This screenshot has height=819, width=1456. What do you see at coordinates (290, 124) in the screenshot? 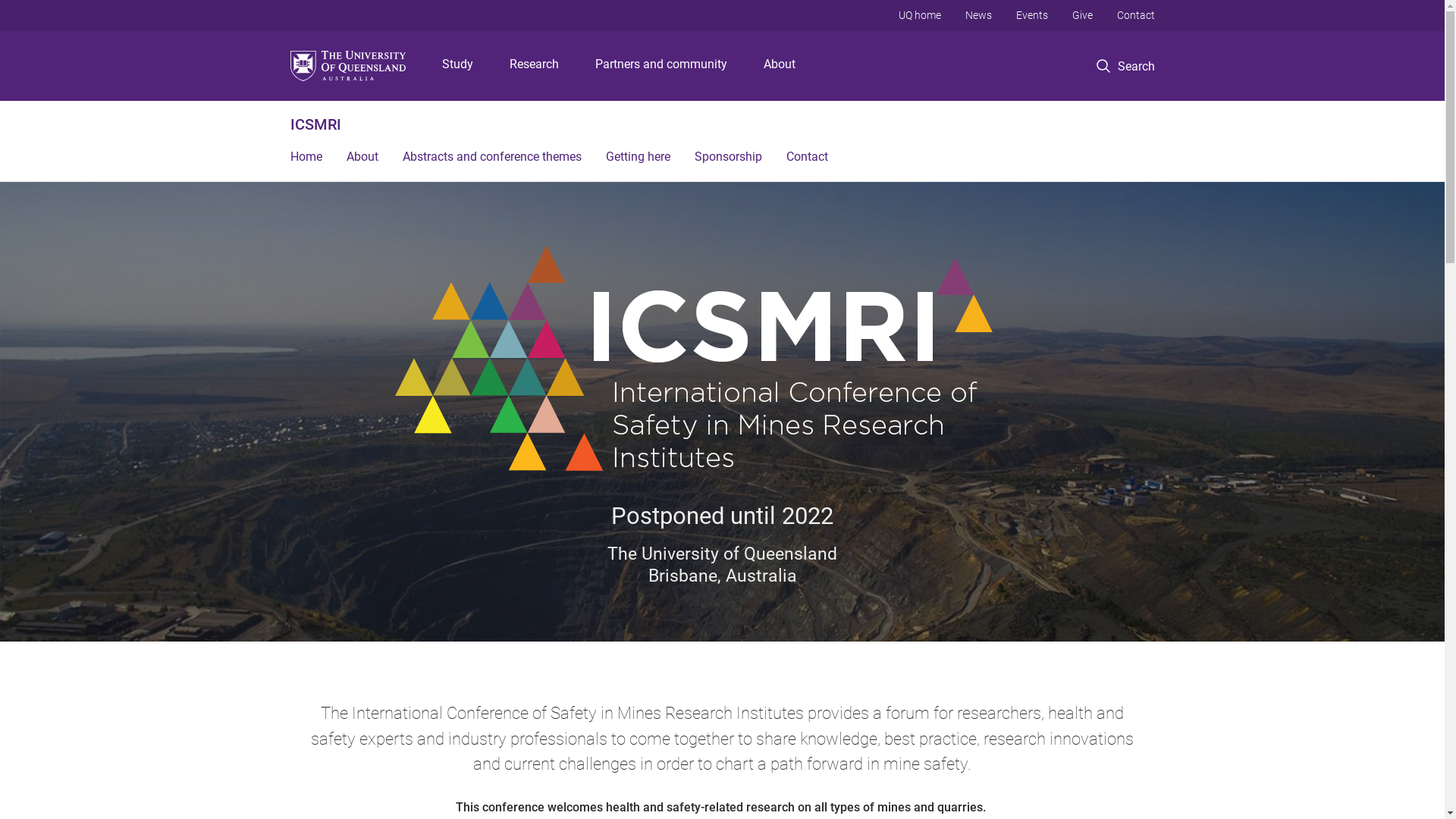
I see `'ICSMRI'` at bounding box center [290, 124].